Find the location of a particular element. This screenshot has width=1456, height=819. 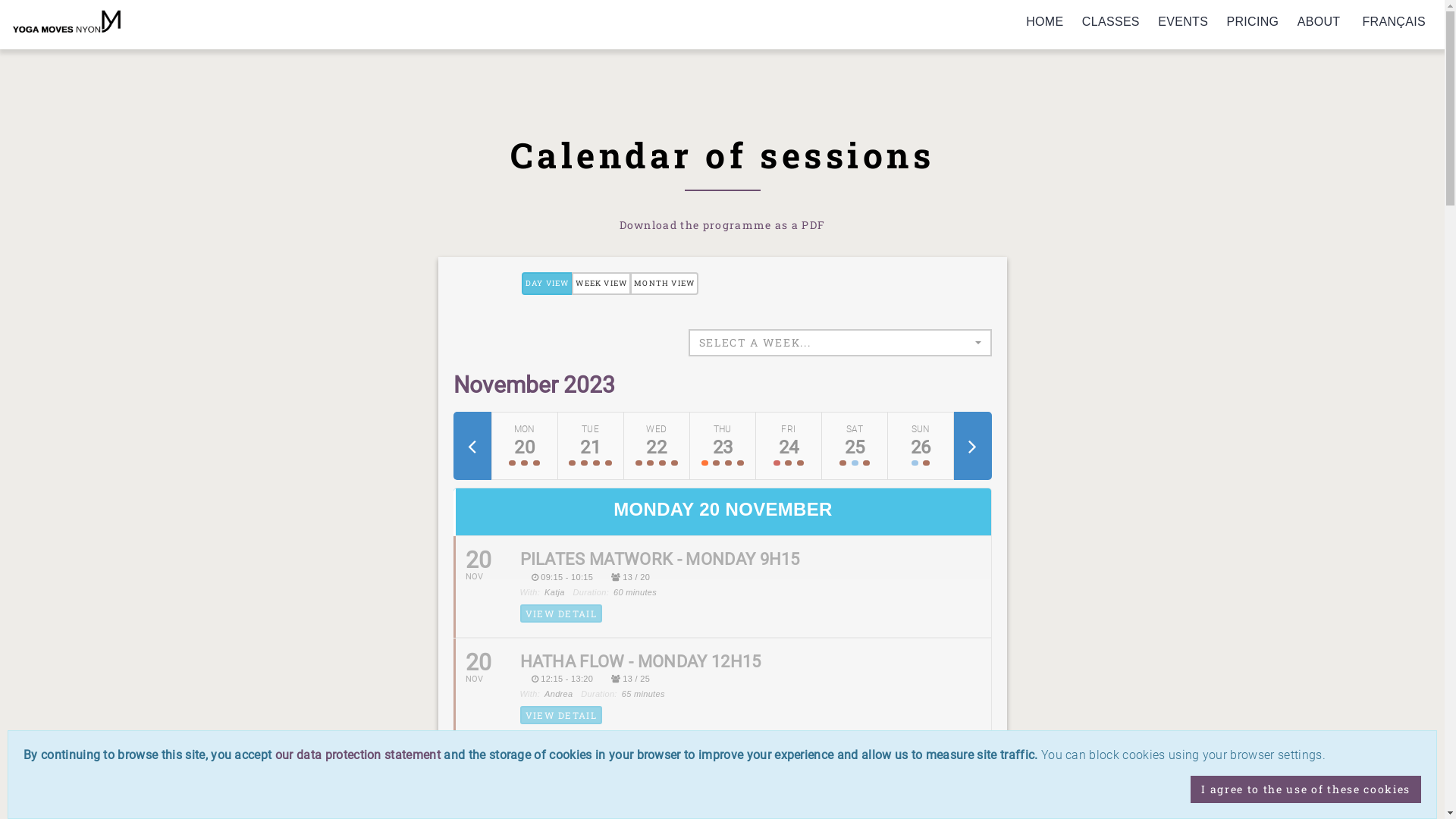

'HOME' is located at coordinates (1043, 22).